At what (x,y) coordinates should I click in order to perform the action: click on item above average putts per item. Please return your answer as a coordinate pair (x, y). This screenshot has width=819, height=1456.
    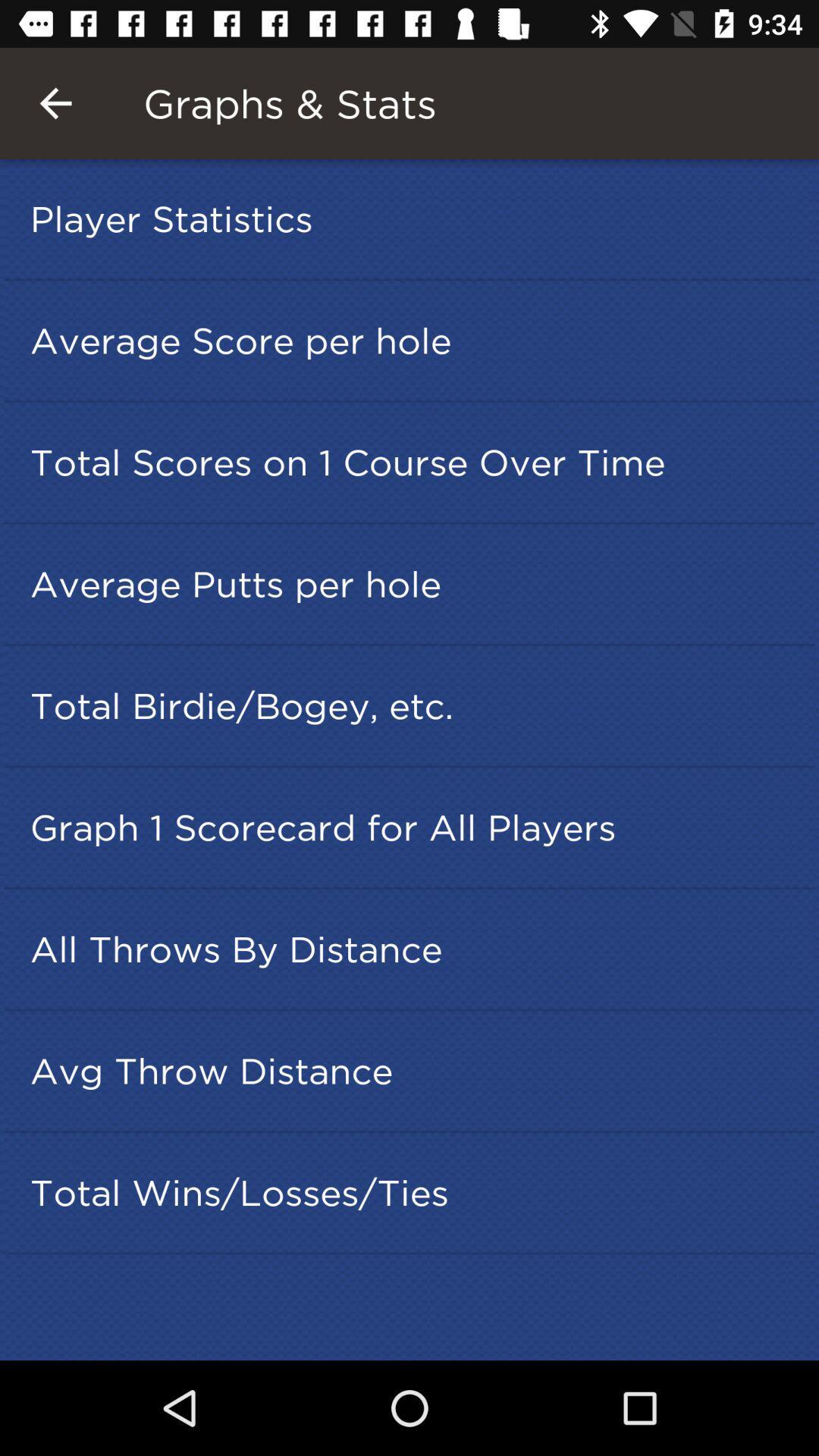
    Looking at the image, I should click on (414, 461).